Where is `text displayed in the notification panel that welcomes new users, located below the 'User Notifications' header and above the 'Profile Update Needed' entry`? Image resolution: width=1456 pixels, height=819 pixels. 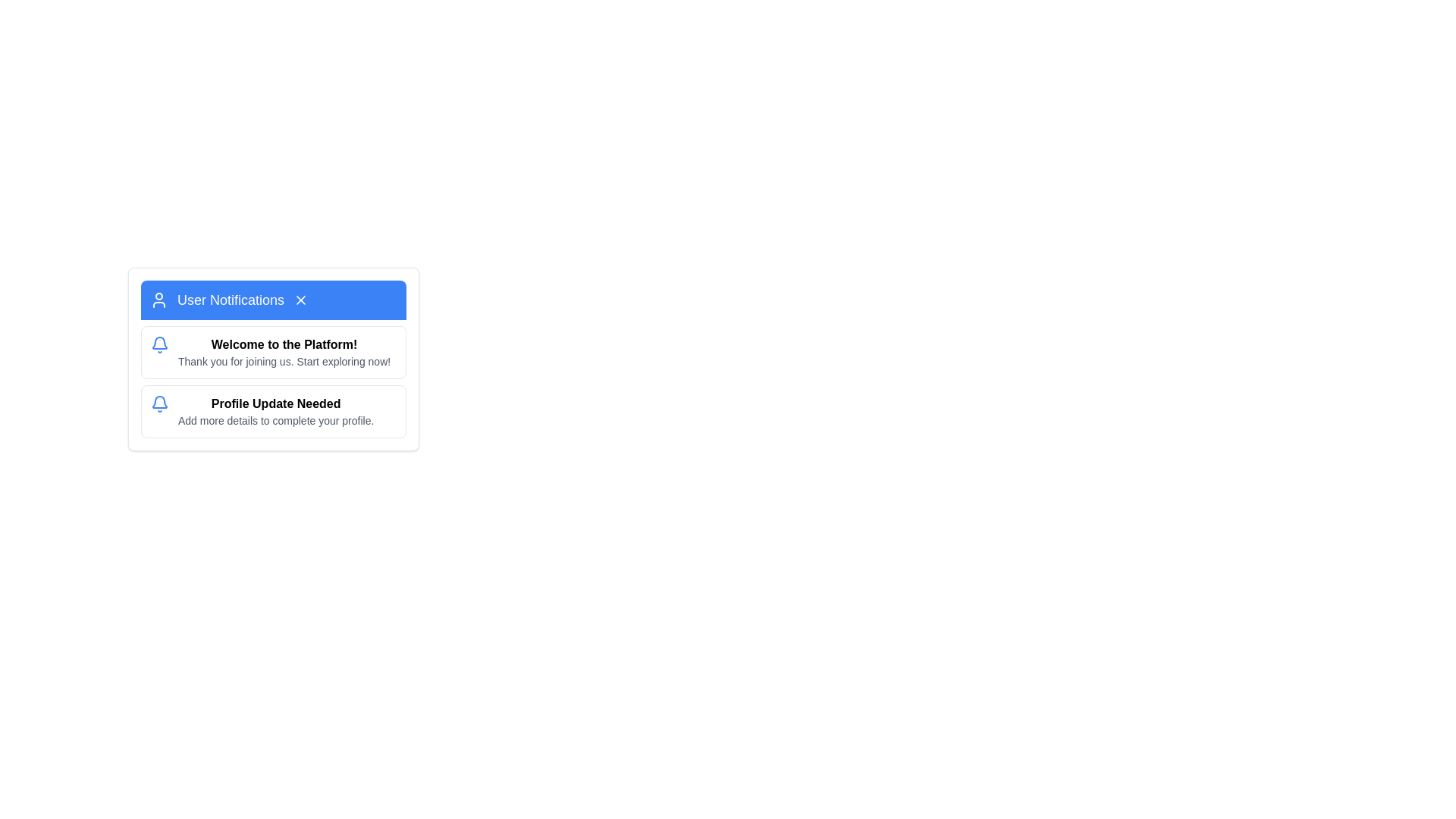
text displayed in the notification panel that welcomes new users, located below the 'User Notifications' header and above the 'Profile Update Needed' entry is located at coordinates (284, 353).